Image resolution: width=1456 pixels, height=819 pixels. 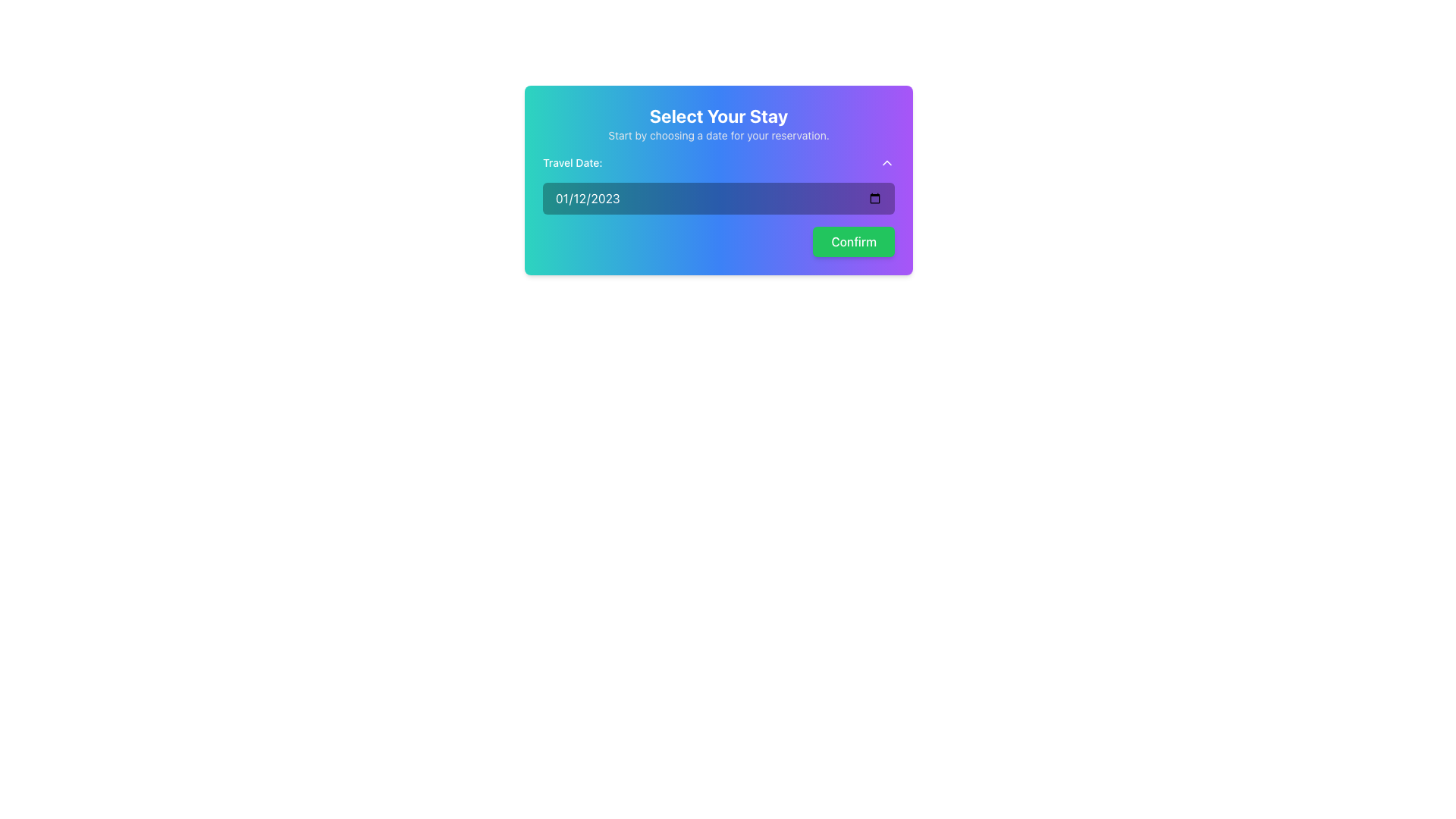 I want to click on the text label displaying 'Travel Date:' which is positioned on a gradient background to the far-left of the input field and dropdown icon, so click(x=572, y=163).